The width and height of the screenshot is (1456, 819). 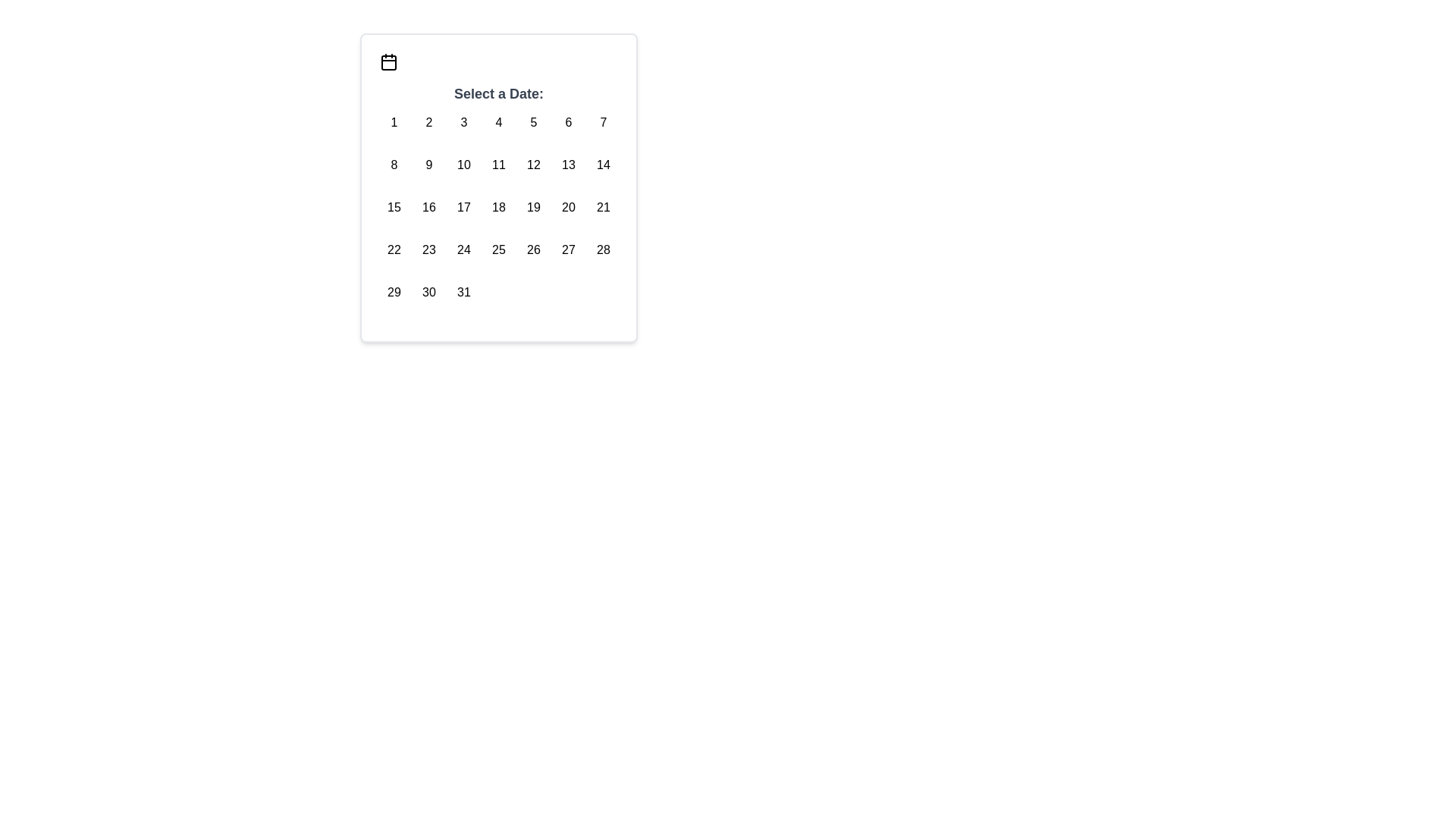 I want to click on the calendar button representing the date '19' in the third row and fifth column, so click(x=534, y=207).